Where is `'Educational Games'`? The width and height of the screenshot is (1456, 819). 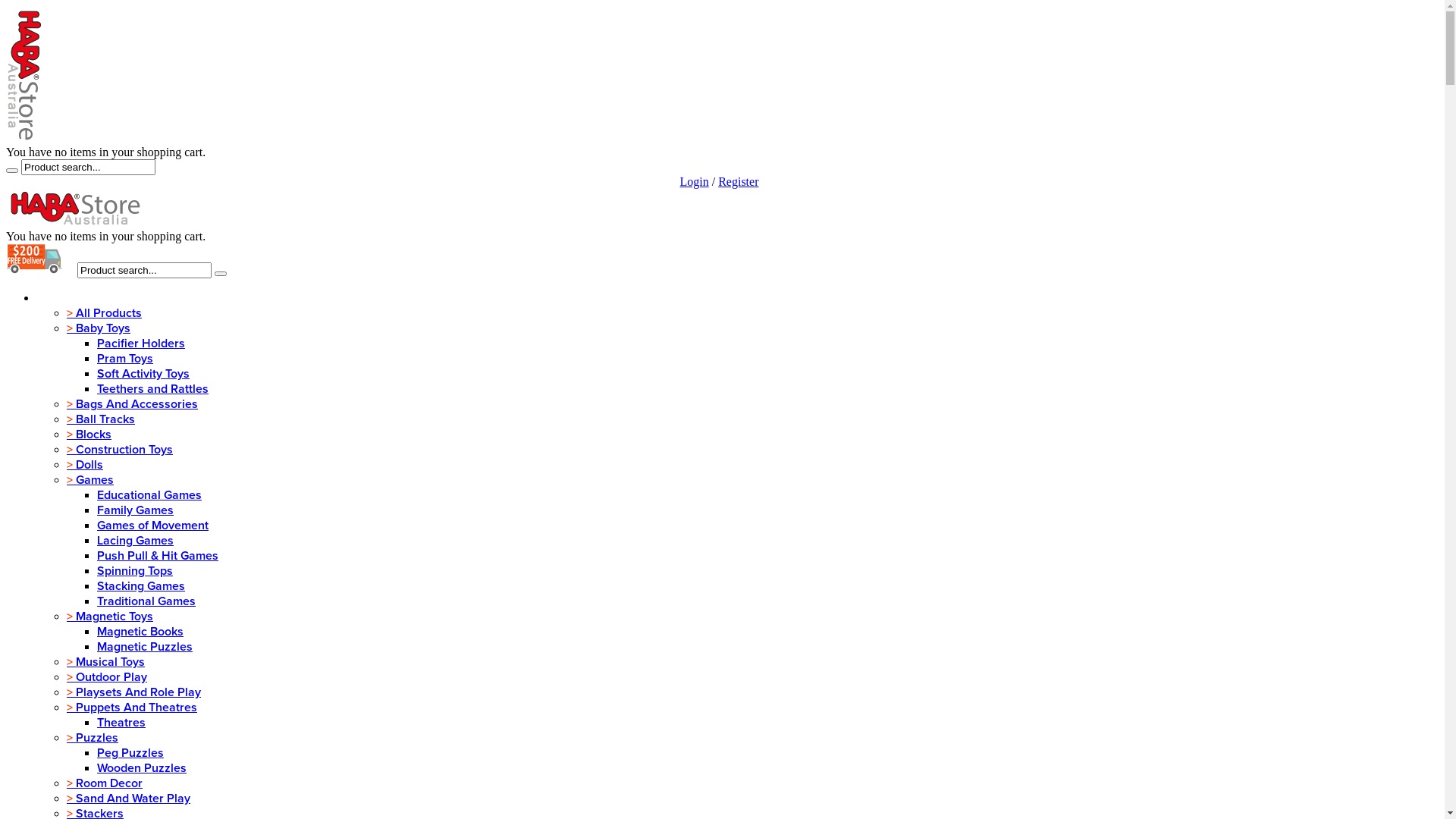 'Educational Games' is located at coordinates (149, 494).